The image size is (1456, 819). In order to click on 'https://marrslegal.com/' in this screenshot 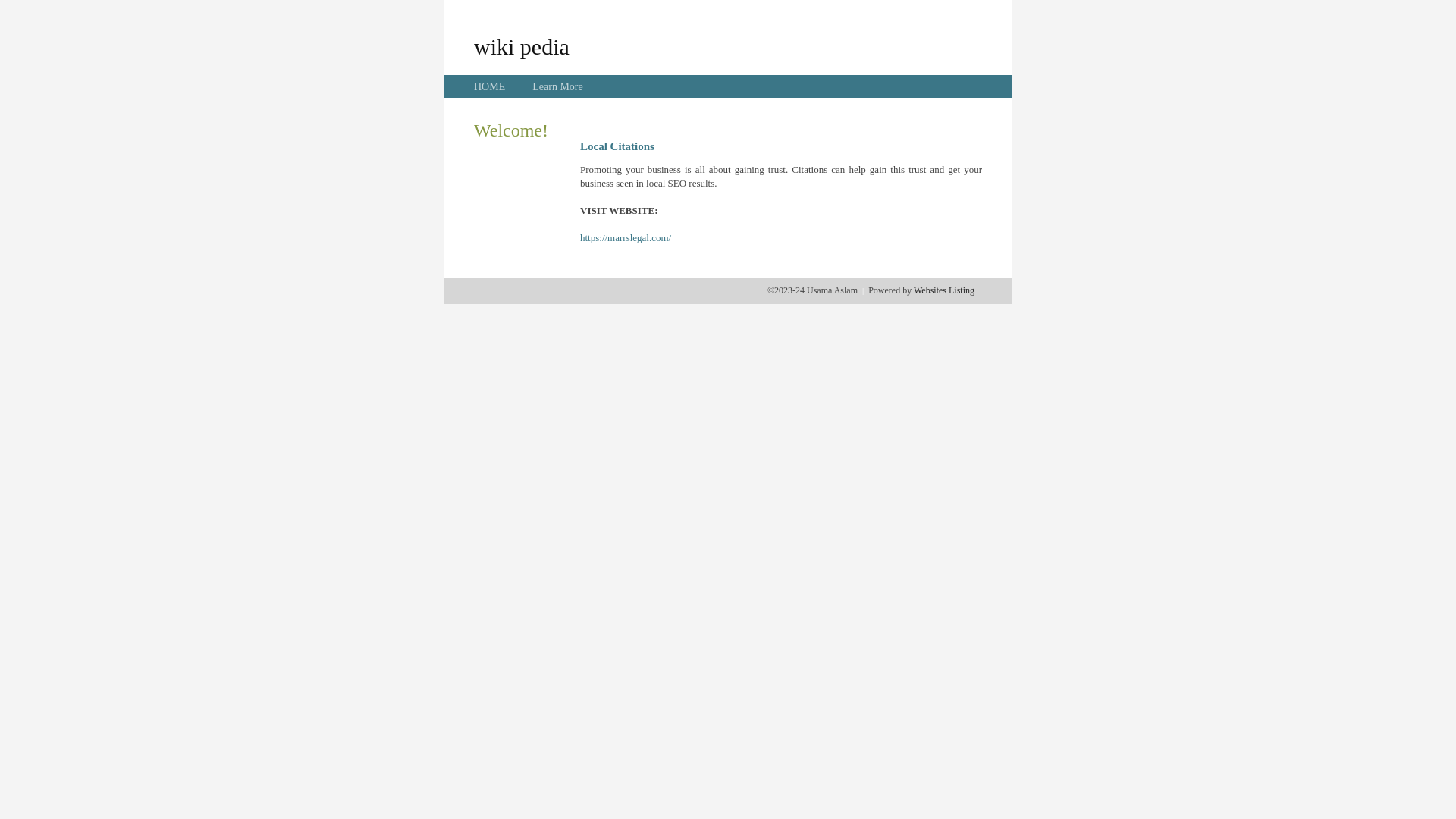, I will do `click(626, 237)`.